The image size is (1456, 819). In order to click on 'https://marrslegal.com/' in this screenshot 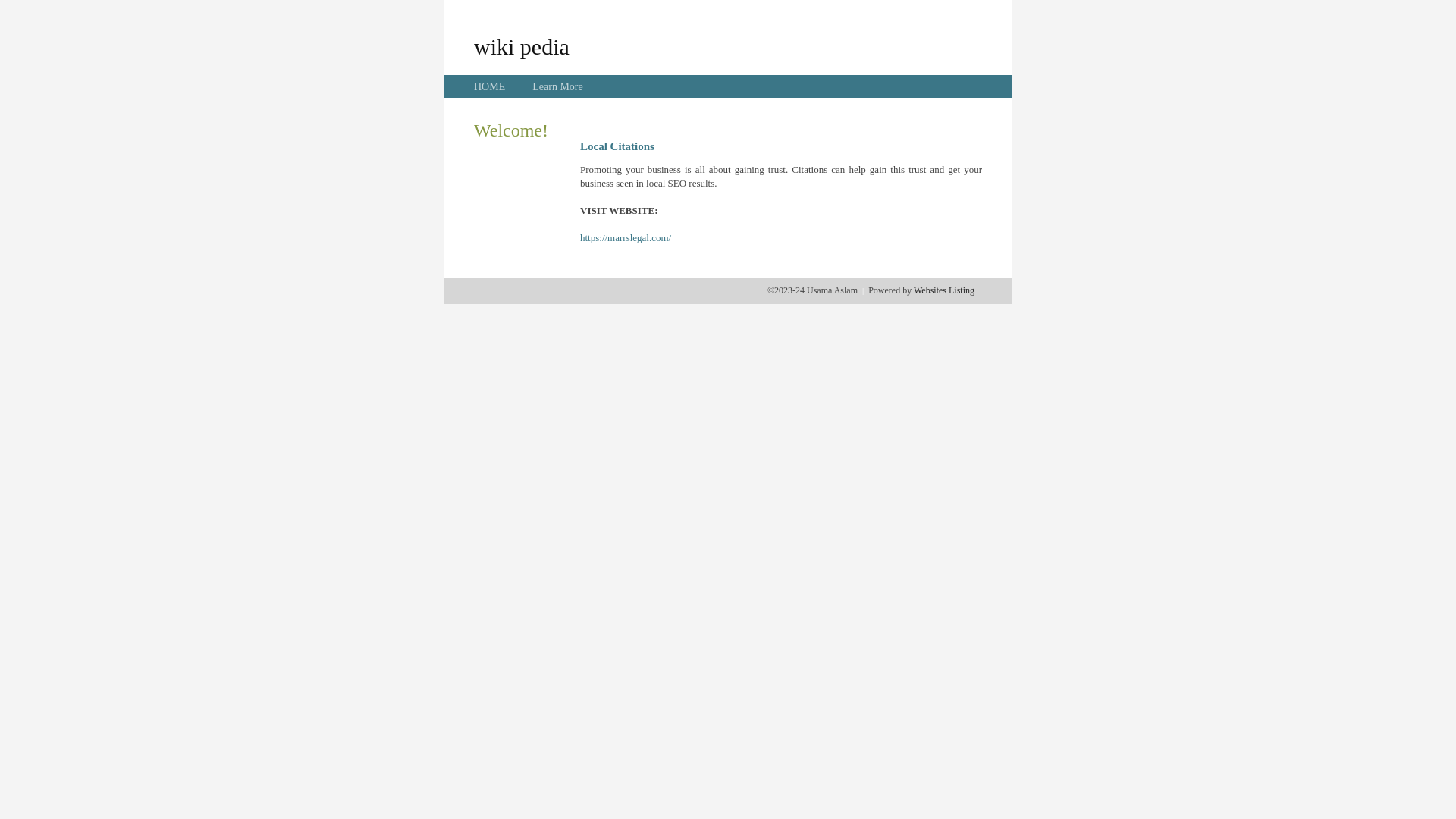, I will do `click(626, 237)`.